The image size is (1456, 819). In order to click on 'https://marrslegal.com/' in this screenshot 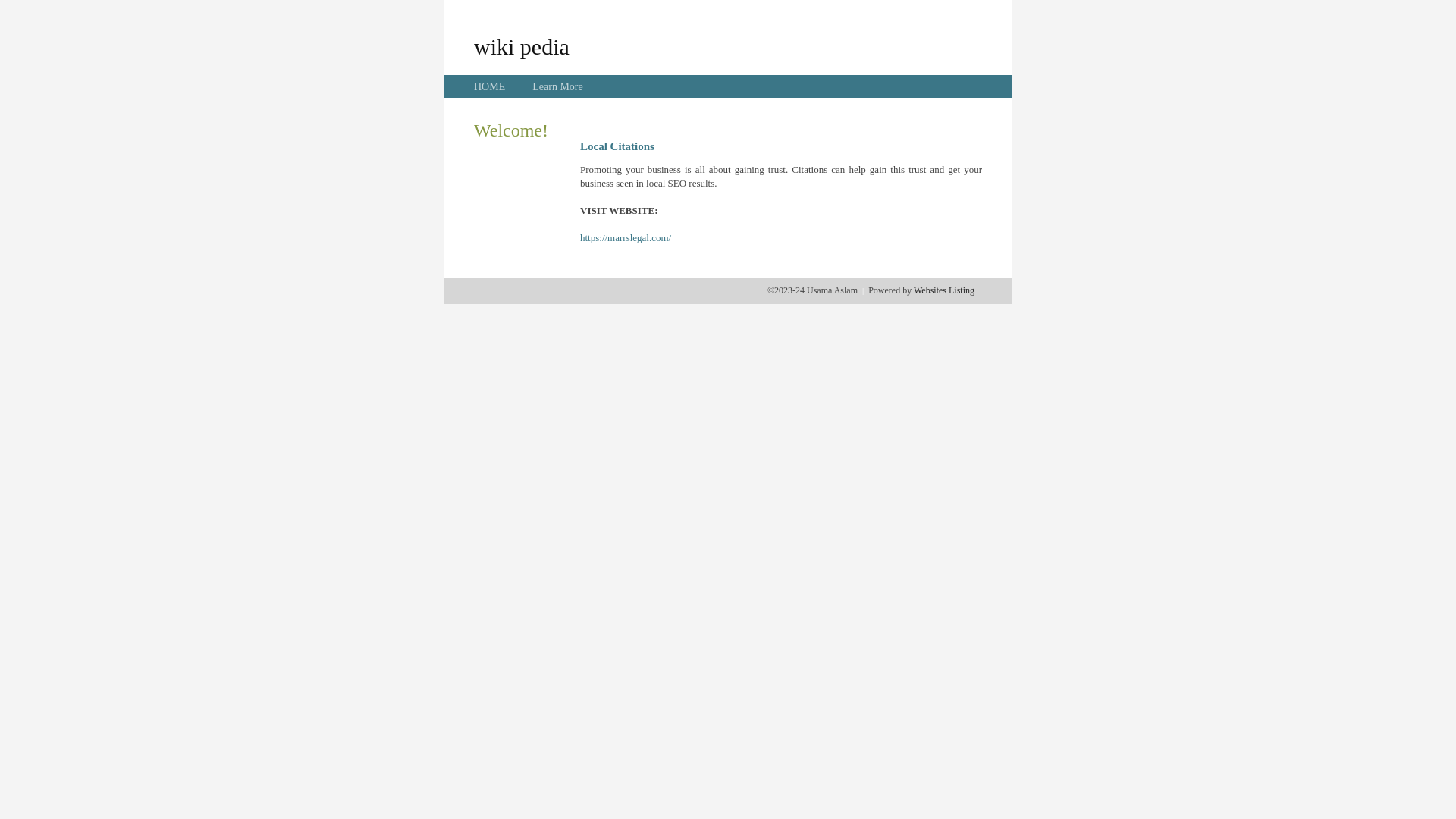, I will do `click(626, 237)`.